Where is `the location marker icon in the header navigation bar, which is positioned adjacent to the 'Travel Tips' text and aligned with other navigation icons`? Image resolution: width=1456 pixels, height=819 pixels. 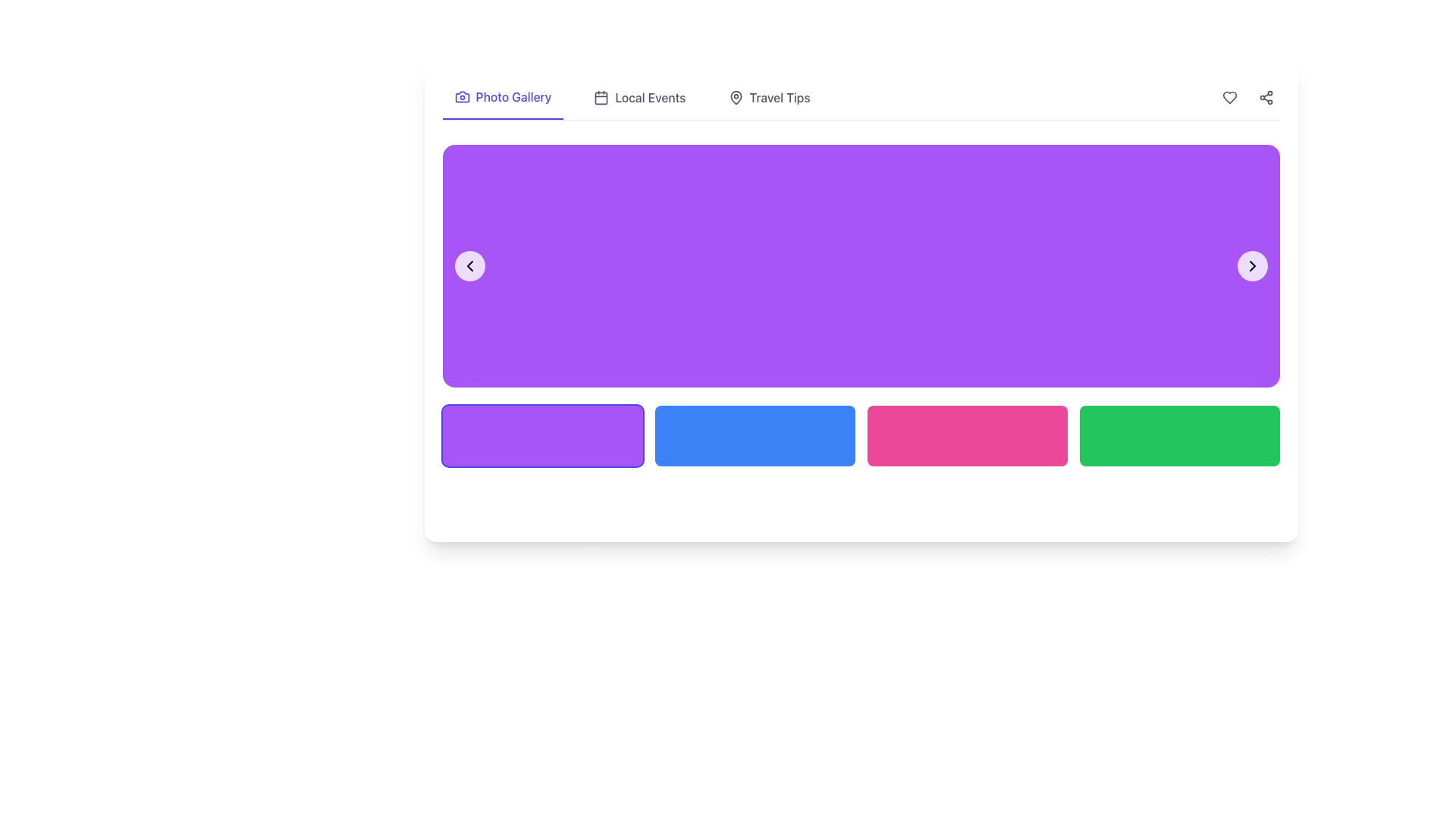
the location marker icon in the header navigation bar, which is positioned adjacent to the 'Travel Tips' text and aligned with other navigation icons is located at coordinates (736, 97).